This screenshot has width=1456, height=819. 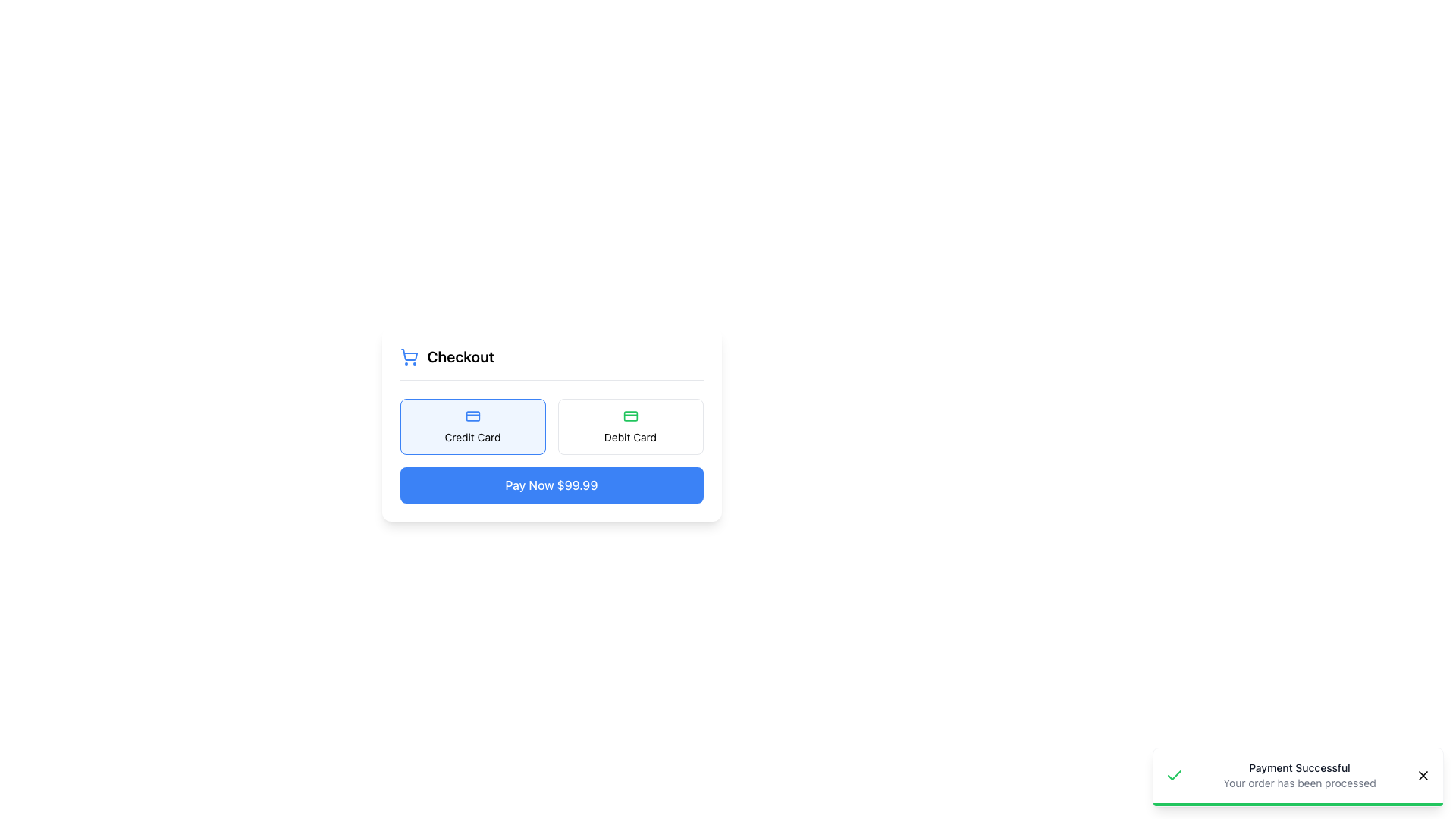 I want to click on the upper rectangular part of the stylized credit card illustration located on the left side of the 'Credit Card' button in the payment method selection section, so click(x=472, y=416).